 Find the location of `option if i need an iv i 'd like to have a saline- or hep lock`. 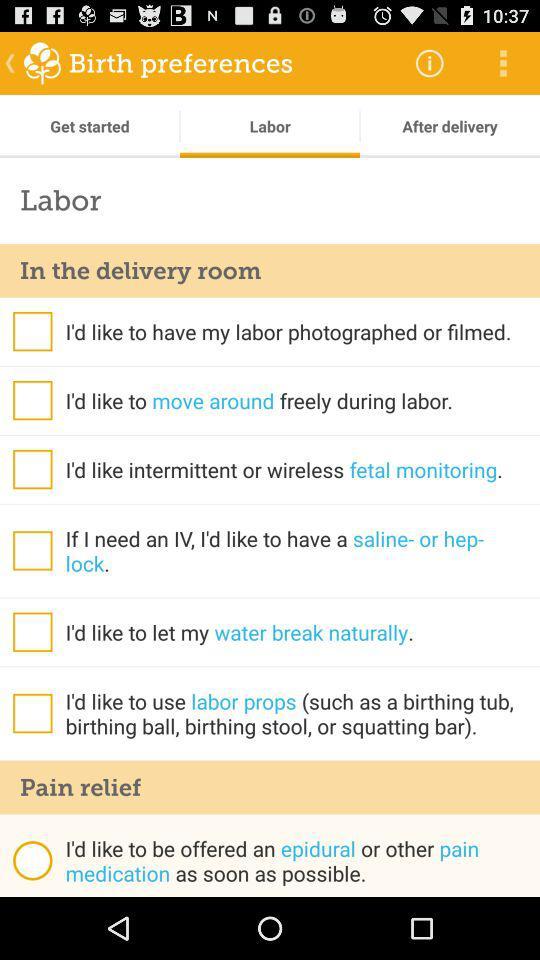

option if i need an iv i 'd like to have a saline- or hep lock is located at coordinates (31, 550).